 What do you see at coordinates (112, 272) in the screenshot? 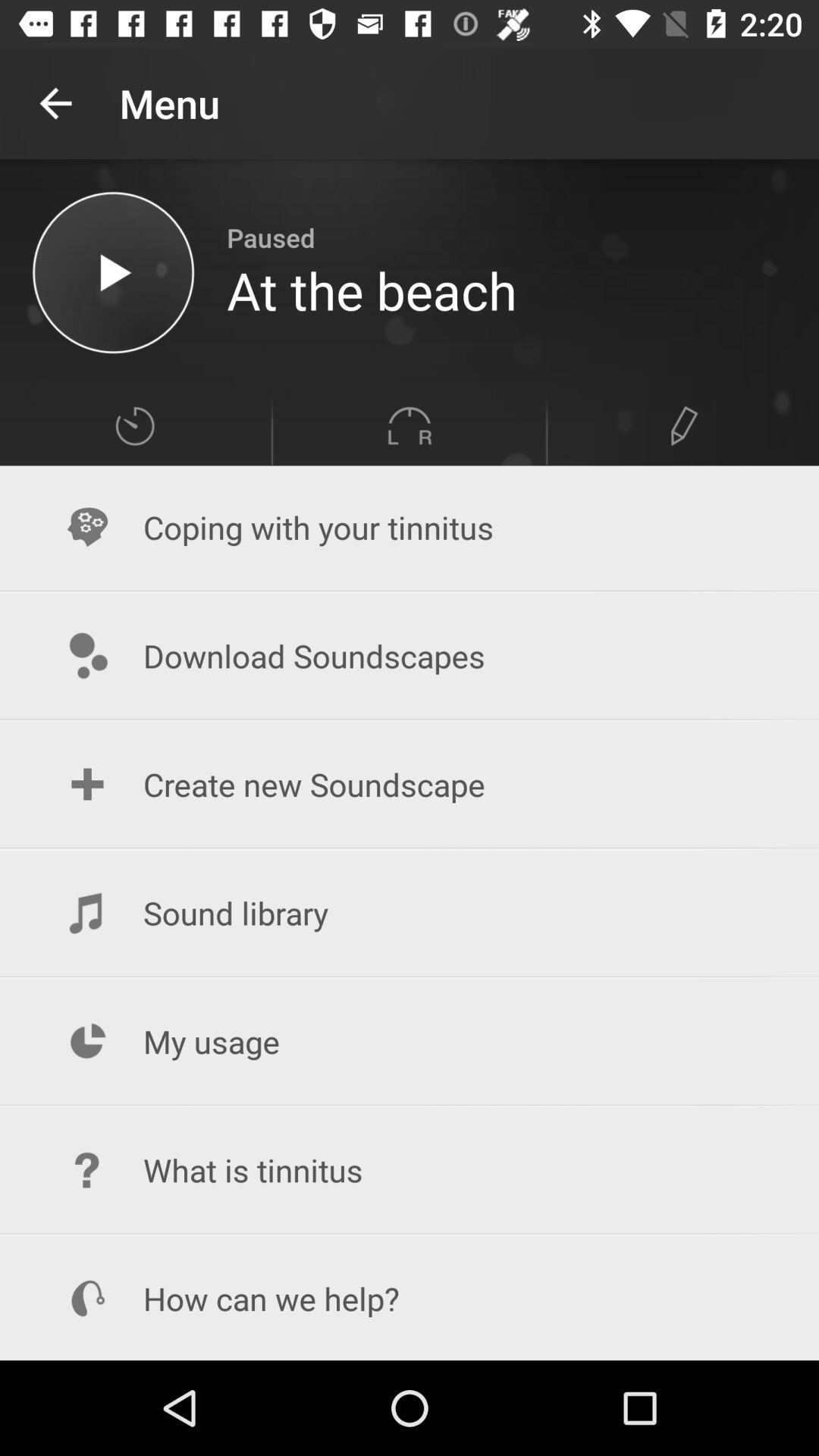
I see `the play icon` at bounding box center [112, 272].